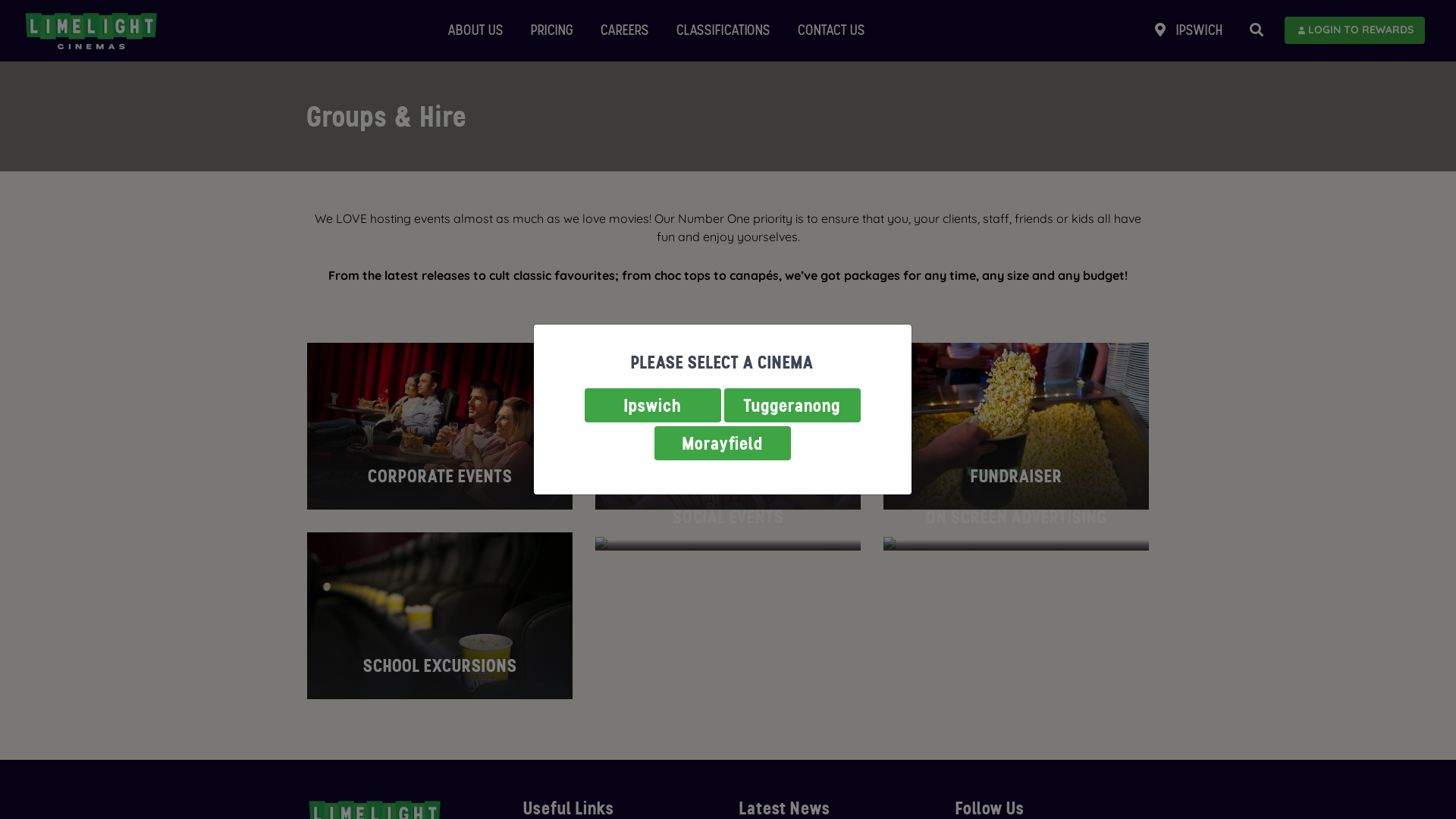 The height and width of the screenshot is (819, 1456). What do you see at coordinates (830, 30) in the screenshot?
I see `'CONTACT US'` at bounding box center [830, 30].